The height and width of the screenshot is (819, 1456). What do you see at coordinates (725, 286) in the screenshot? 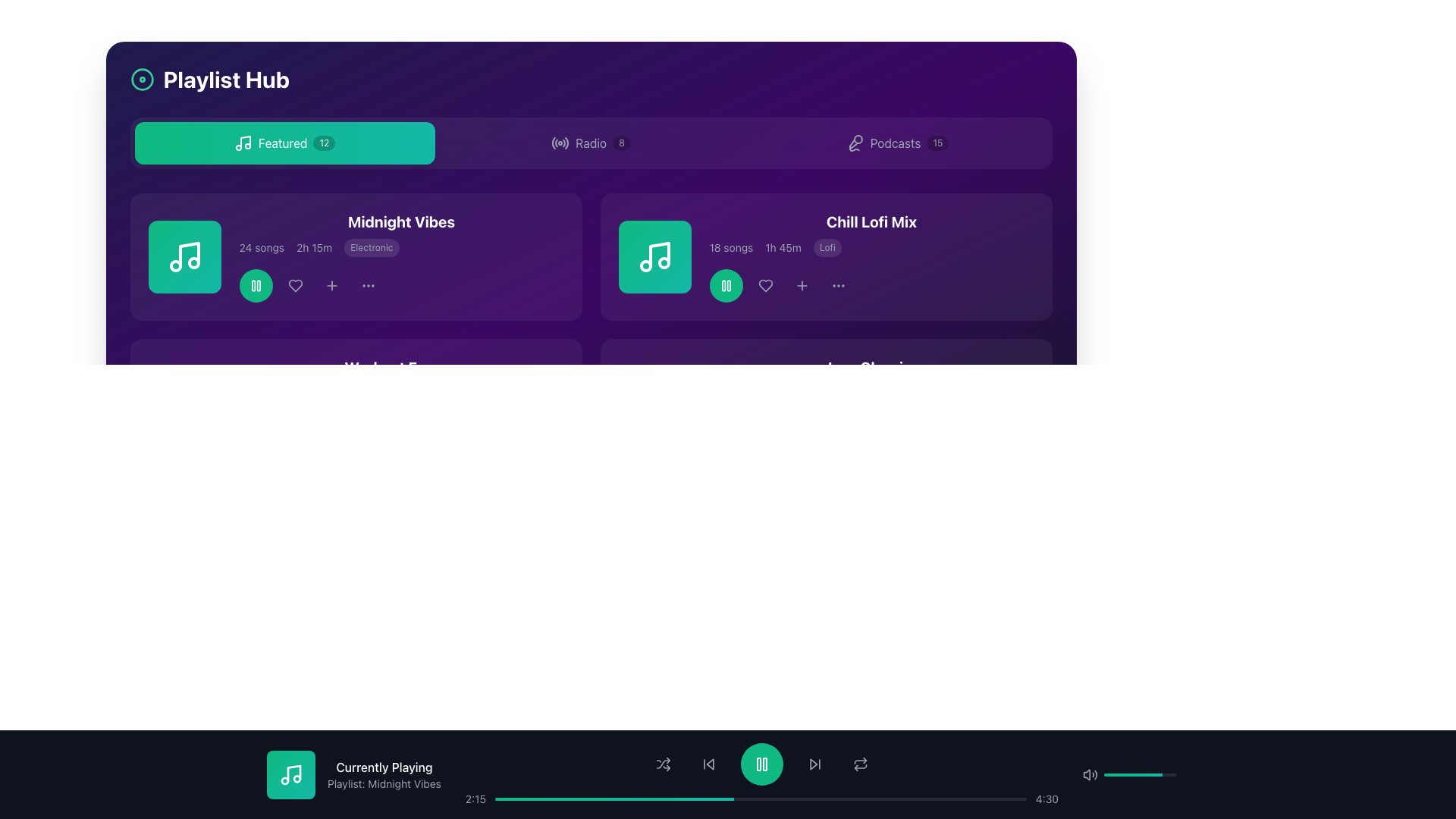
I see `the play/pause button located in the footer of the 'Chill Lofi Mix' card` at bounding box center [725, 286].